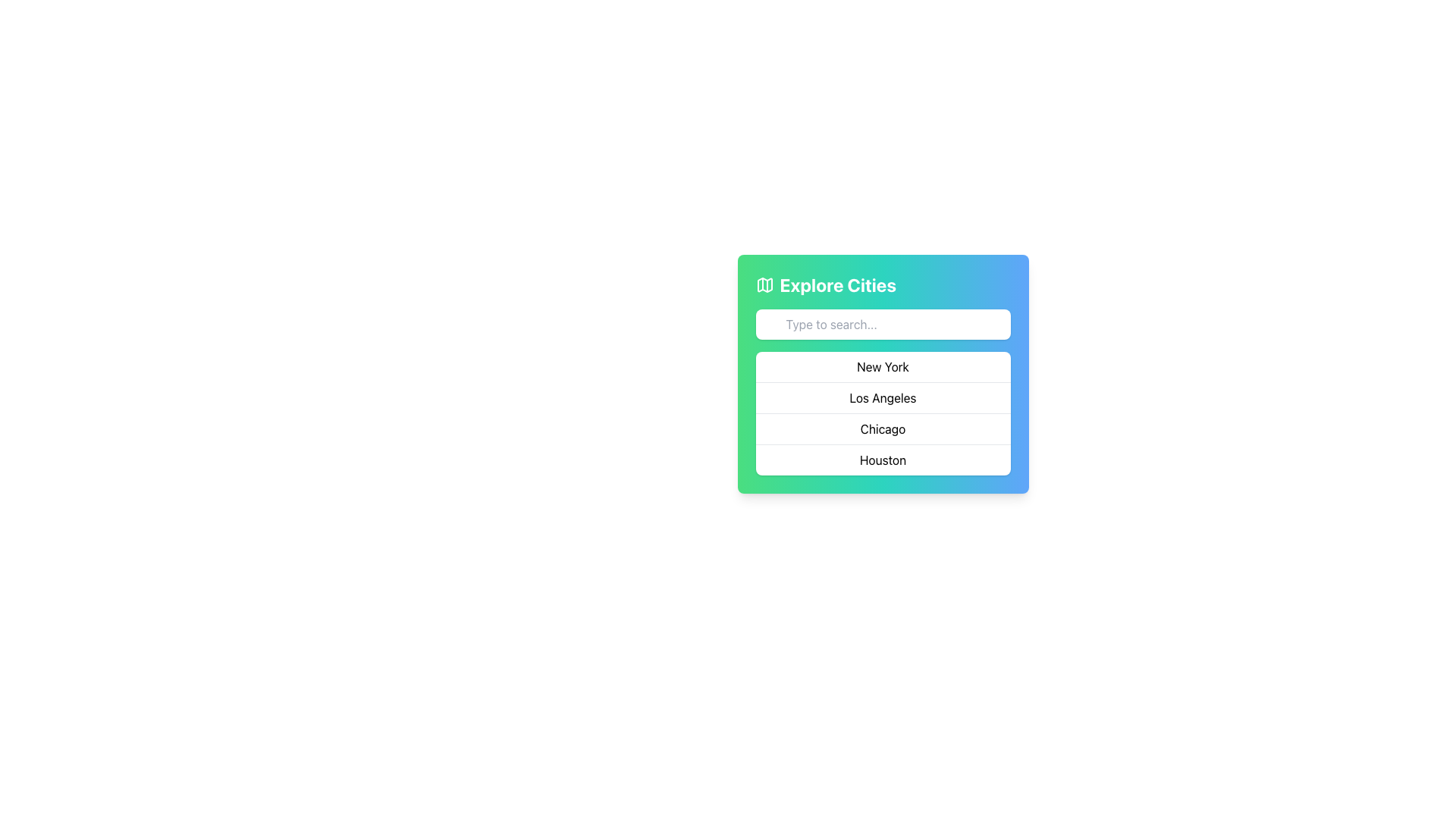  Describe the element at coordinates (883, 459) in the screenshot. I see `the text label representing the city 'Houston', which is the fourth item in a vertical list of selectable options` at that location.